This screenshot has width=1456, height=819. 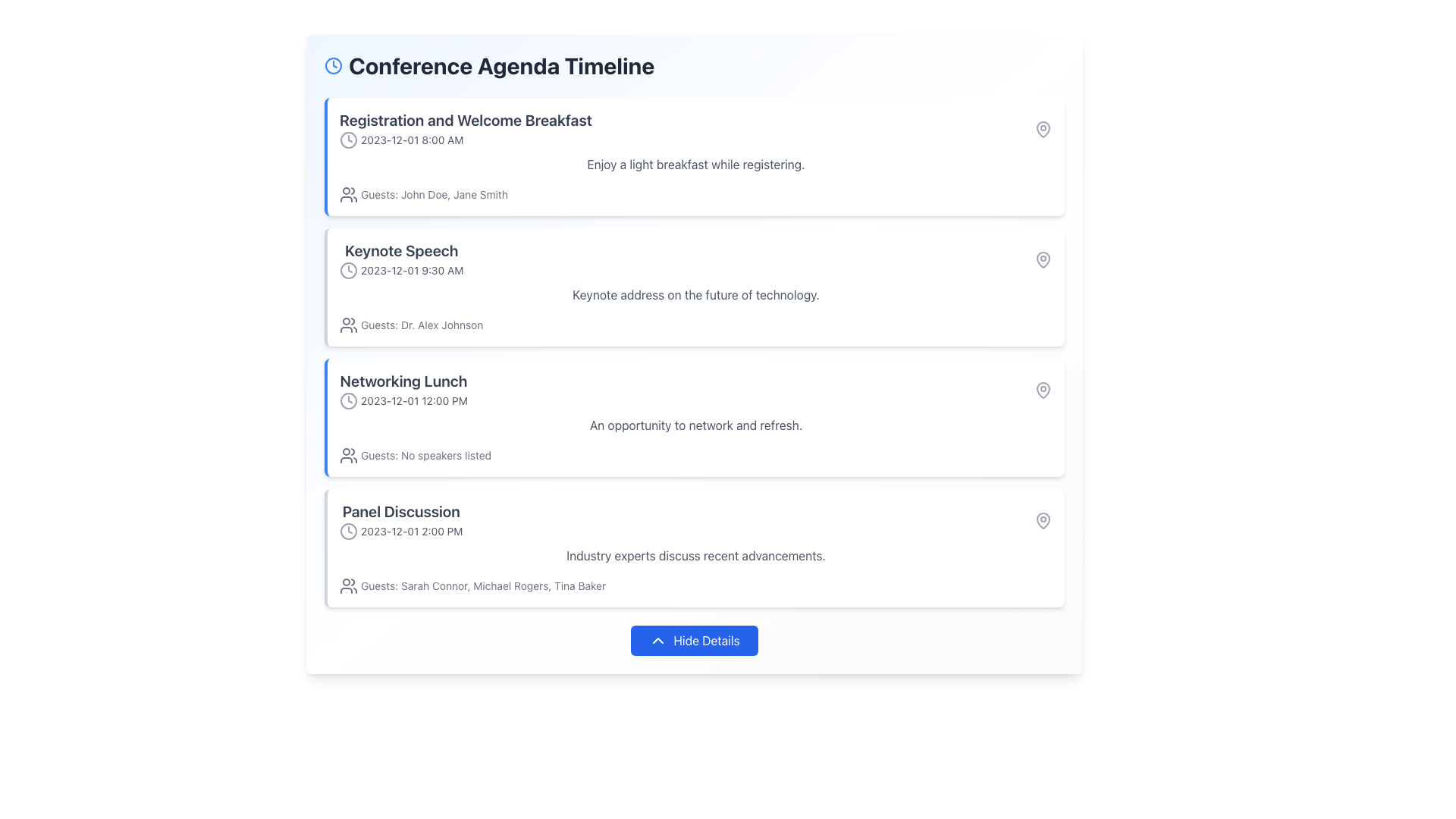 What do you see at coordinates (695, 295) in the screenshot?
I see `the text element displaying 'Keynote address on the future of technology.' which is the second description in the 'Keynote Speech' card of the 'Conference Agenda Timeline'` at bounding box center [695, 295].